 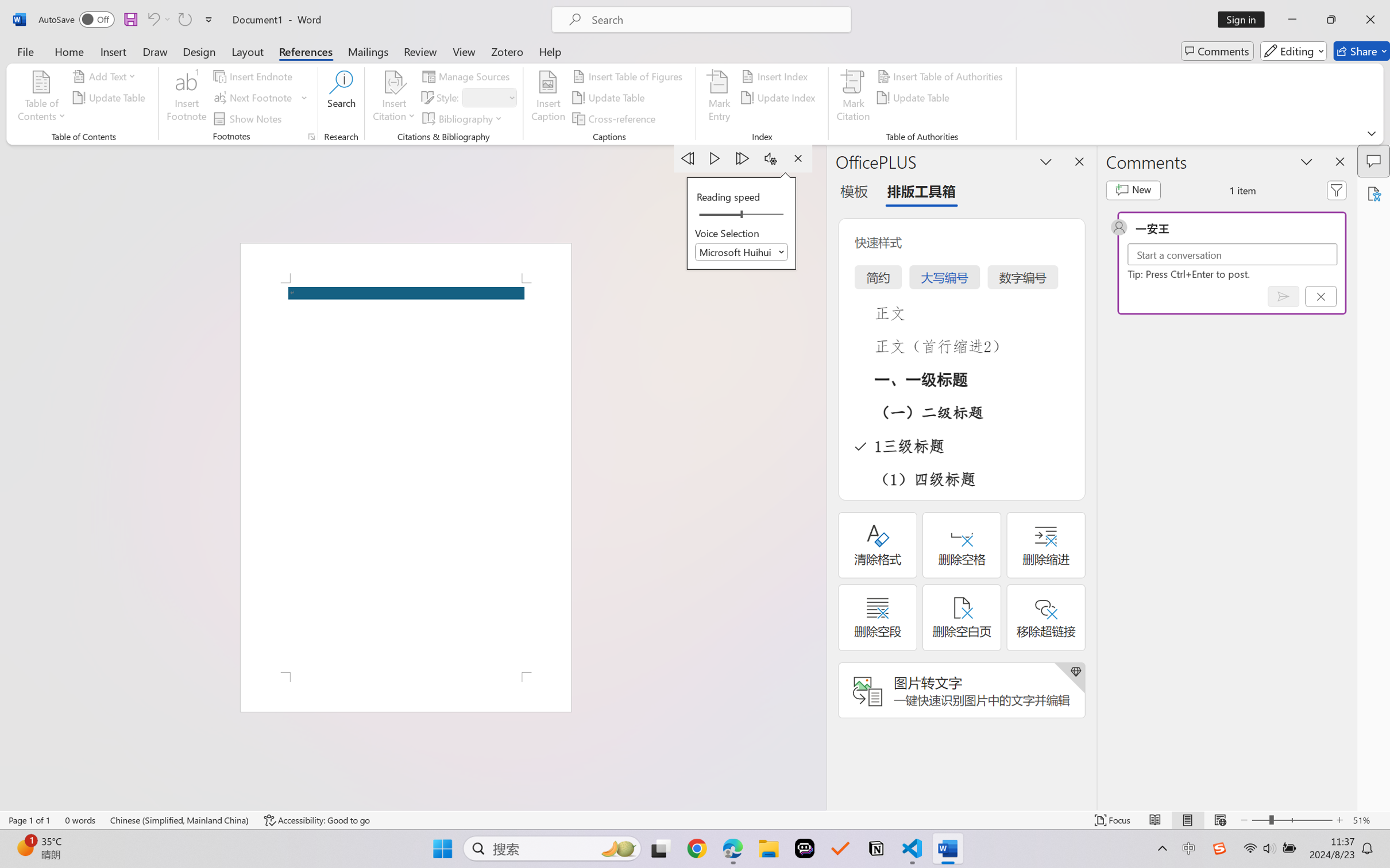 What do you see at coordinates (914, 98) in the screenshot?
I see `'Update Table'` at bounding box center [914, 98].